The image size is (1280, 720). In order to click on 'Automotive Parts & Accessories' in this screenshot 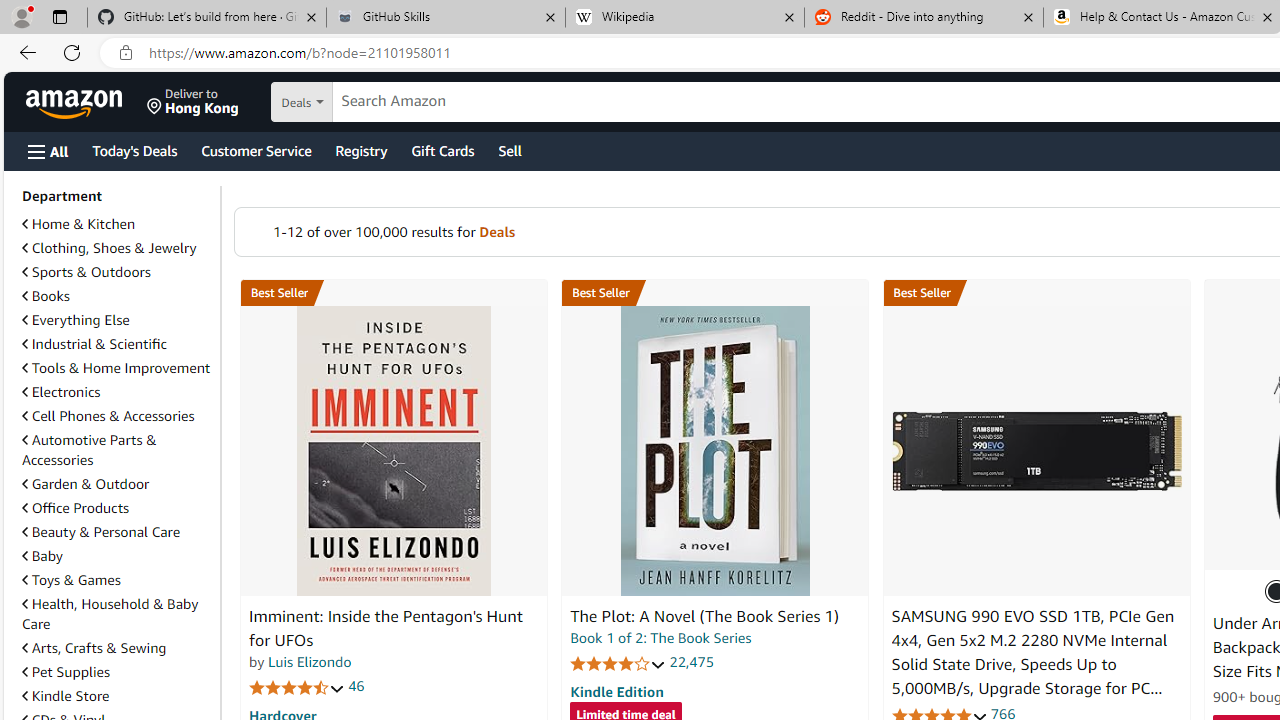, I will do `click(88, 450)`.